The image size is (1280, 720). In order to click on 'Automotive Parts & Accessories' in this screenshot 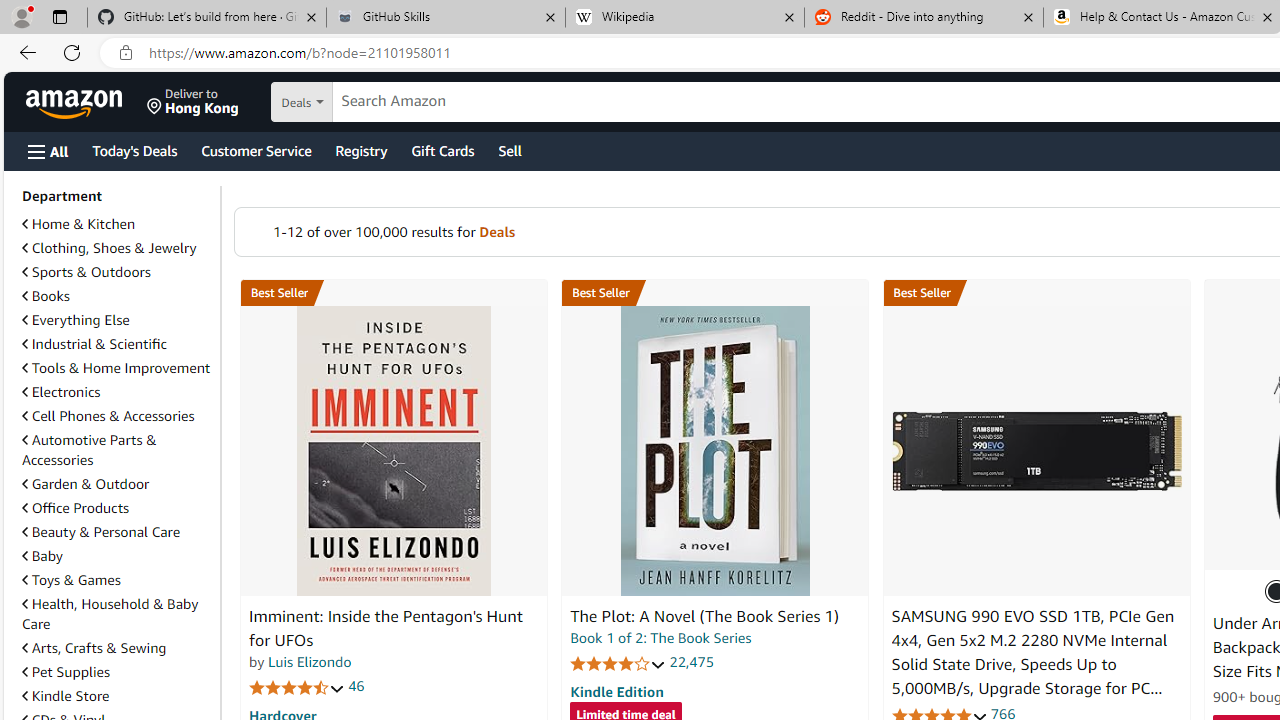, I will do `click(88, 450)`.